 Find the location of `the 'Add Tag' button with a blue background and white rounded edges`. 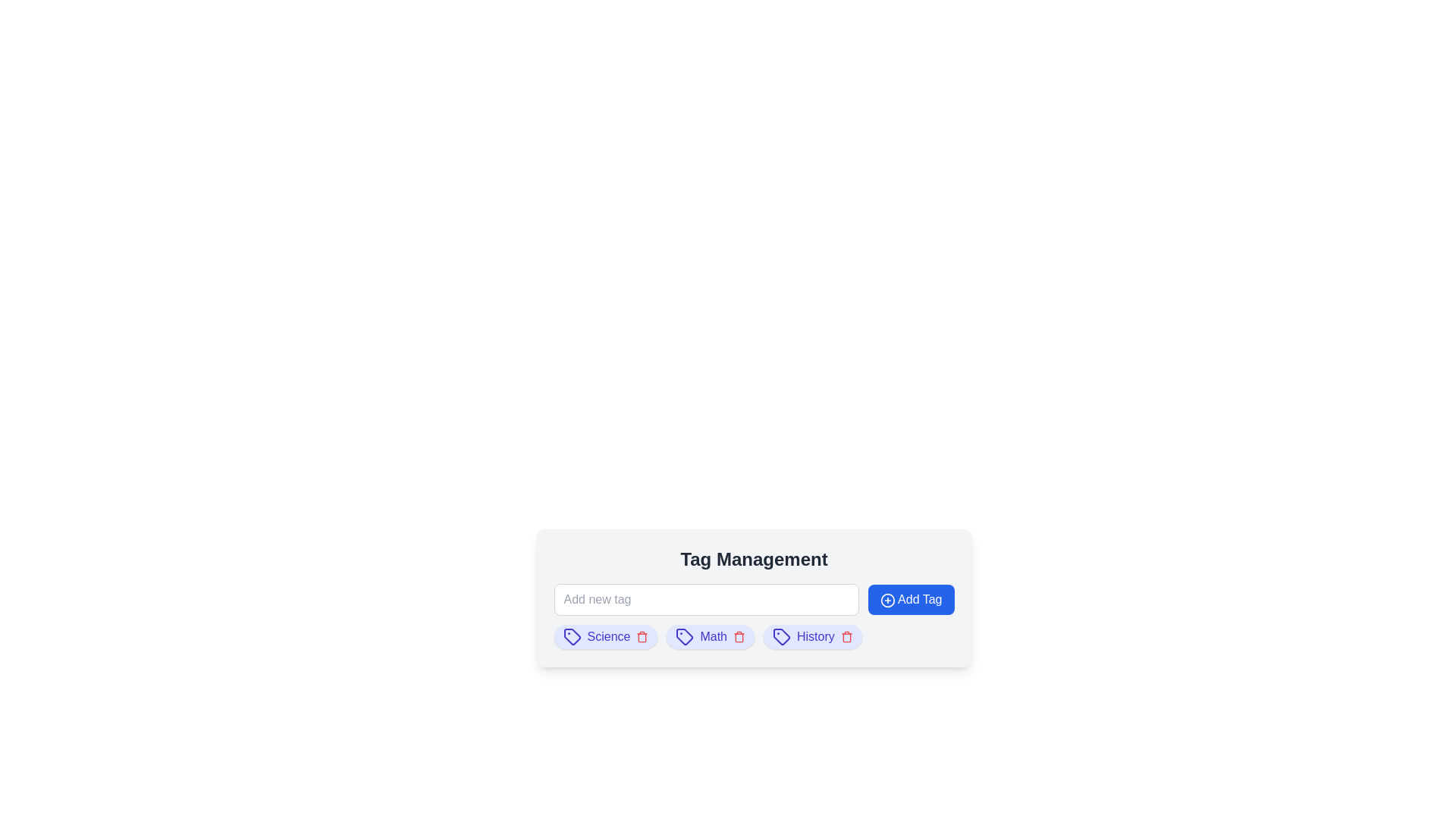

the 'Add Tag' button with a blue background and white rounded edges is located at coordinates (910, 598).